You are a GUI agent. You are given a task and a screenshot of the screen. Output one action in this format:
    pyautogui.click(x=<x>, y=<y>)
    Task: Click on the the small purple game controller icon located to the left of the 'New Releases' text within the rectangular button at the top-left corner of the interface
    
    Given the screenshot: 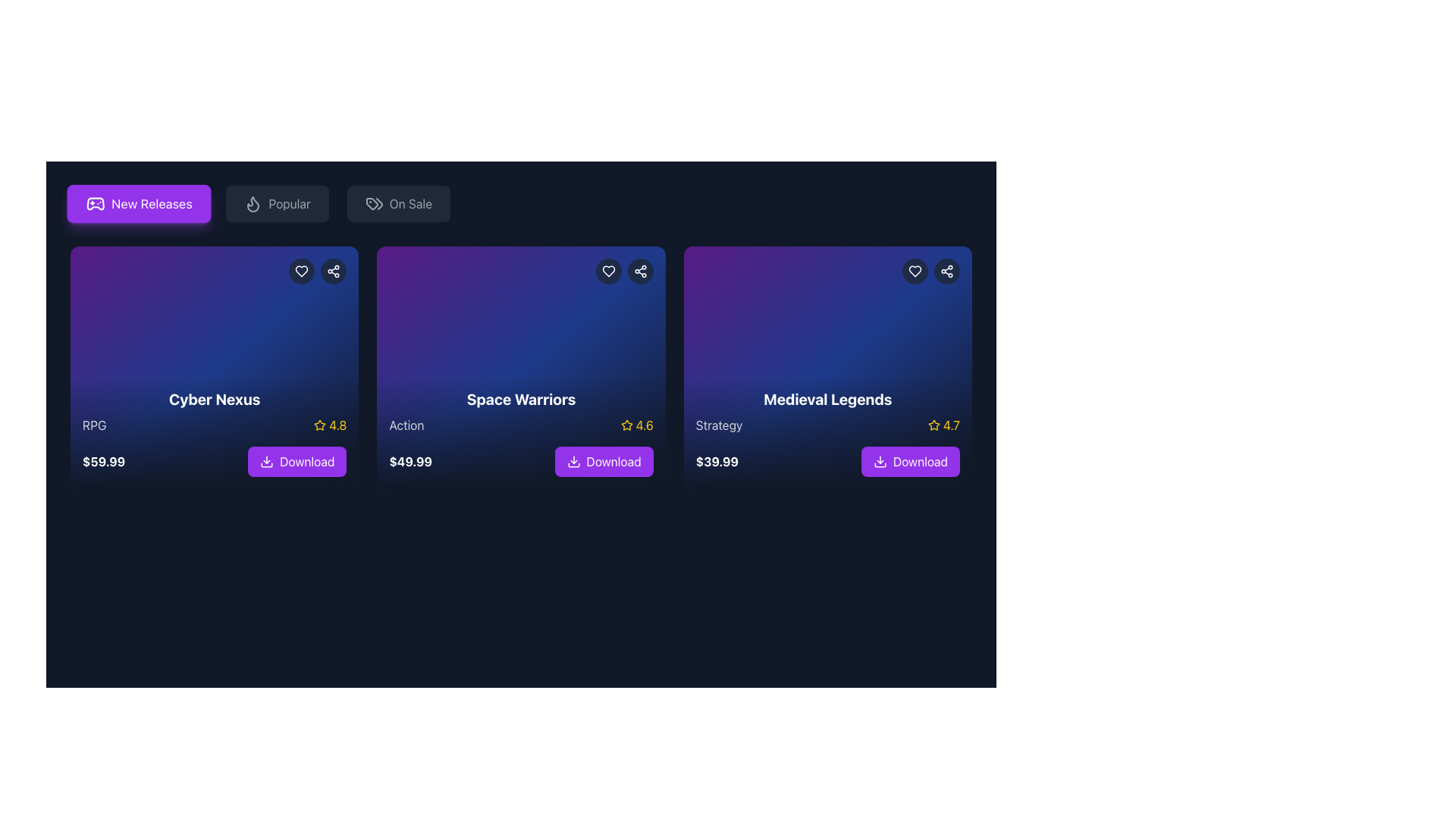 What is the action you would take?
    pyautogui.click(x=95, y=203)
    